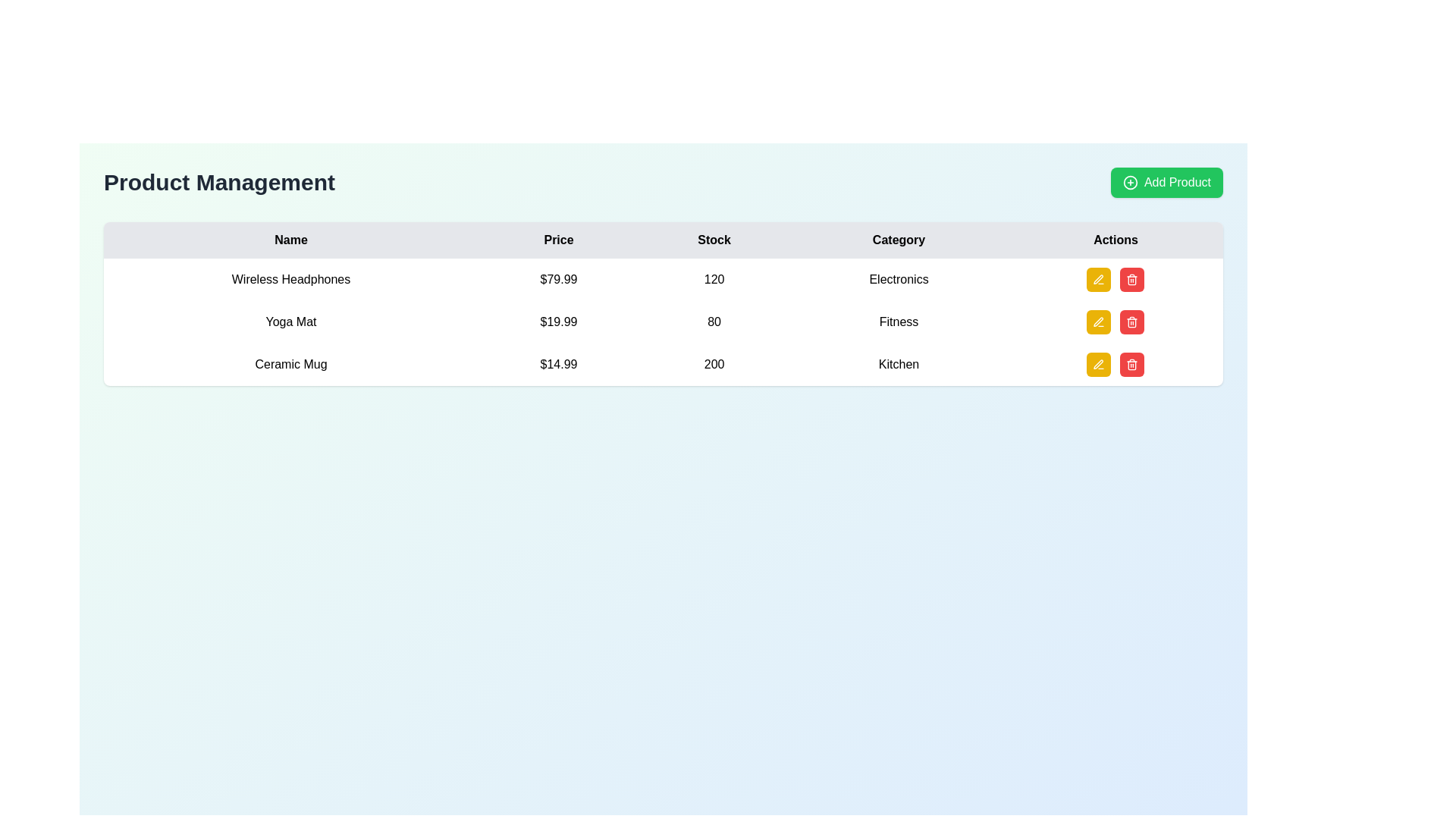  Describe the element at coordinates (1131, 365) in the screenshot. I see `the delete button located in the 'Actions' column of the row corresponding to the 'Ceramic Mug' product entry` at that location.